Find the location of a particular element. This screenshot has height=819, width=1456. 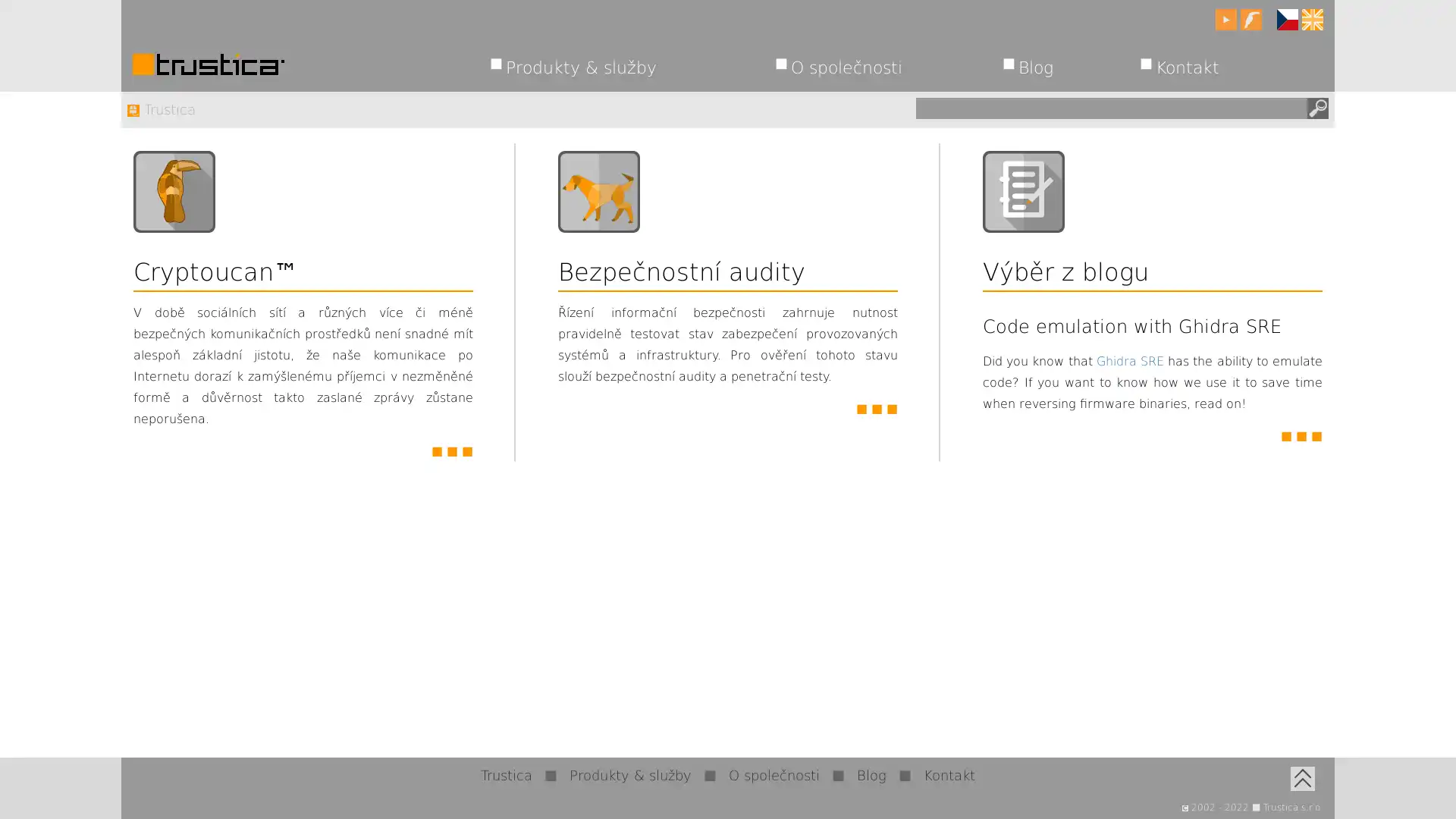

Hledat is located at coordinates (1316, 107).